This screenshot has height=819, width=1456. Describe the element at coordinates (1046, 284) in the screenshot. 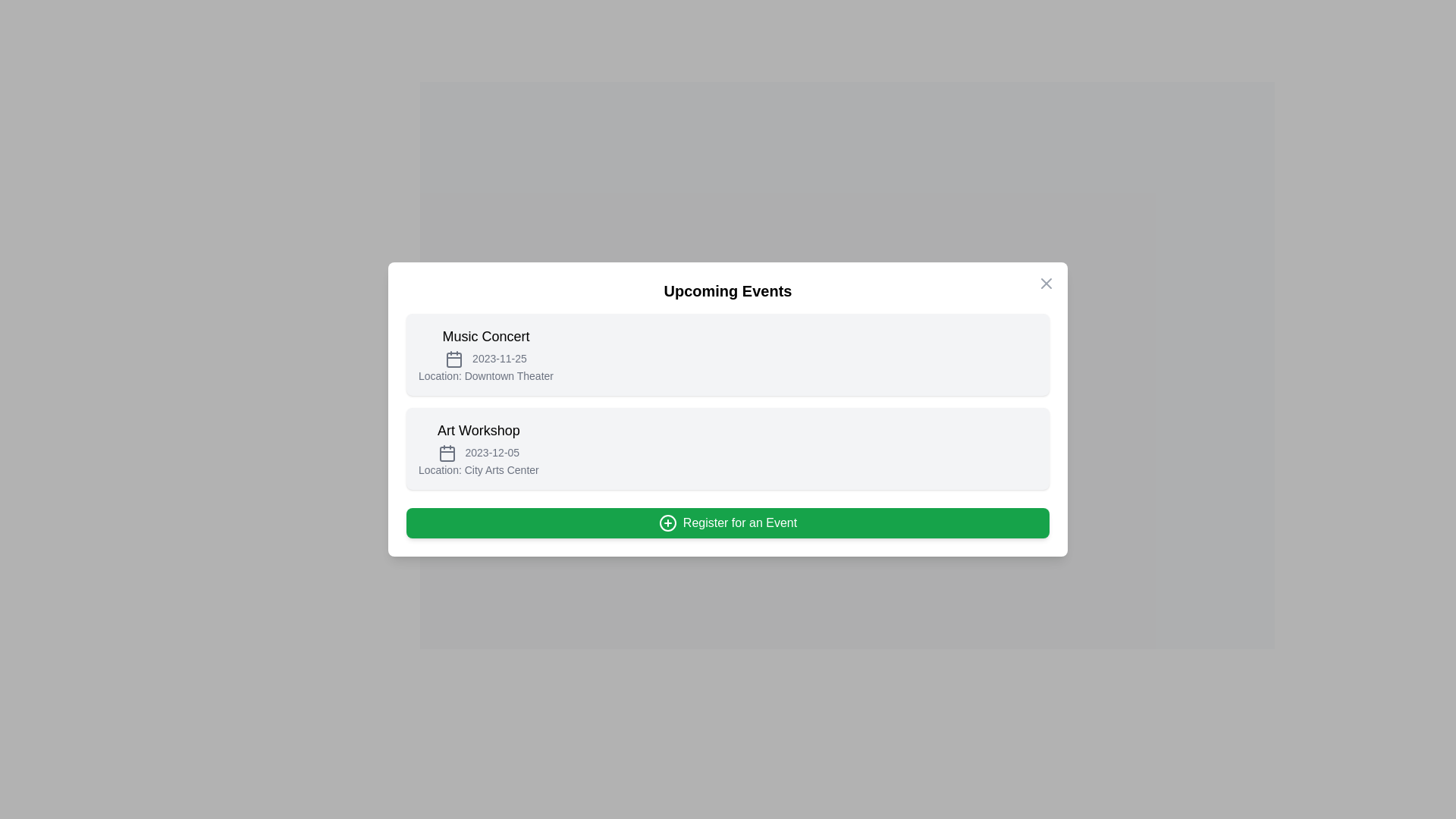

I see `the small gray 'x' icon in the top-right corner of the modal popup` at that location.